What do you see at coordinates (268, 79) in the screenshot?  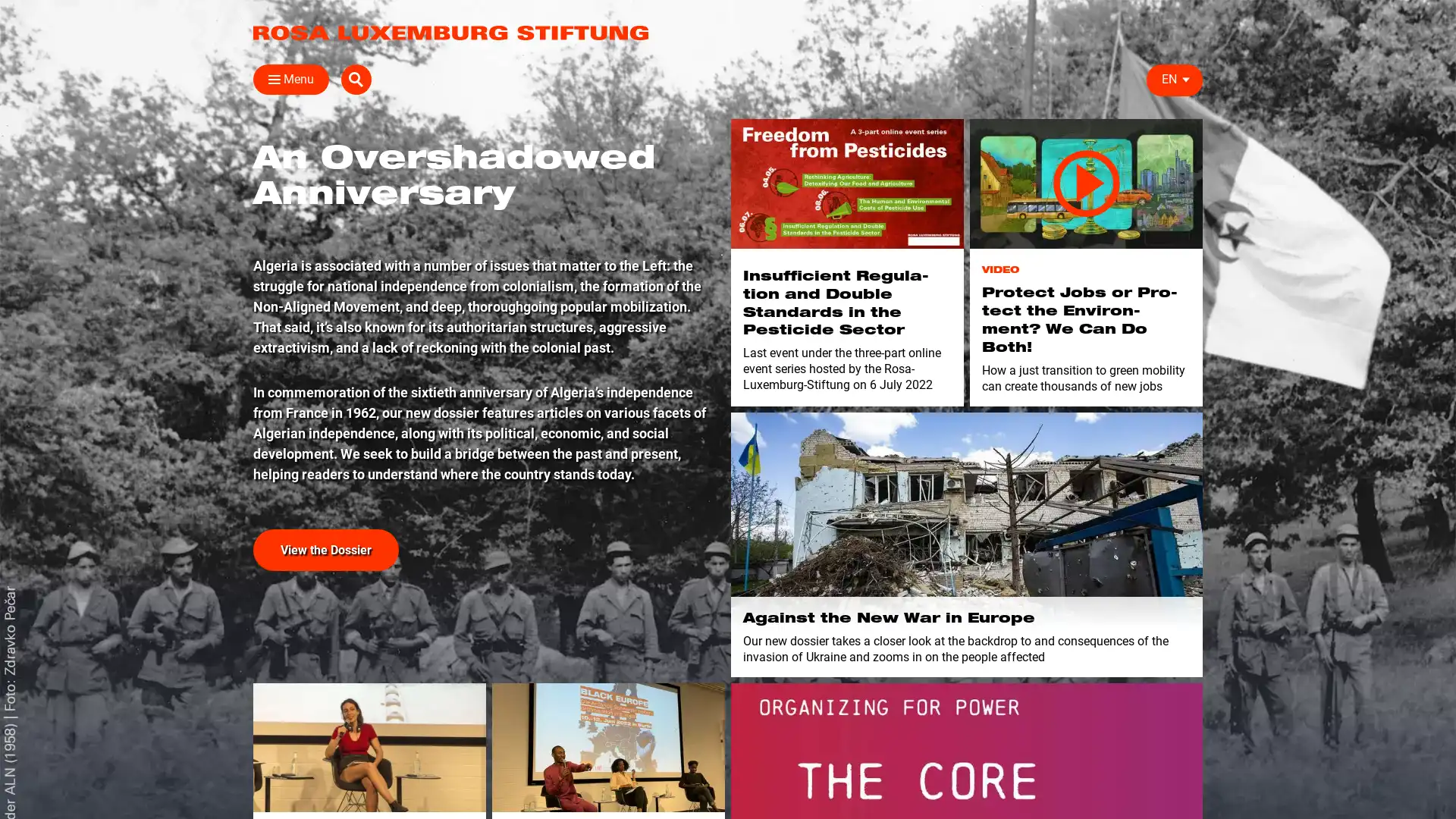 I see `Close` at bounding box center [268, 79].